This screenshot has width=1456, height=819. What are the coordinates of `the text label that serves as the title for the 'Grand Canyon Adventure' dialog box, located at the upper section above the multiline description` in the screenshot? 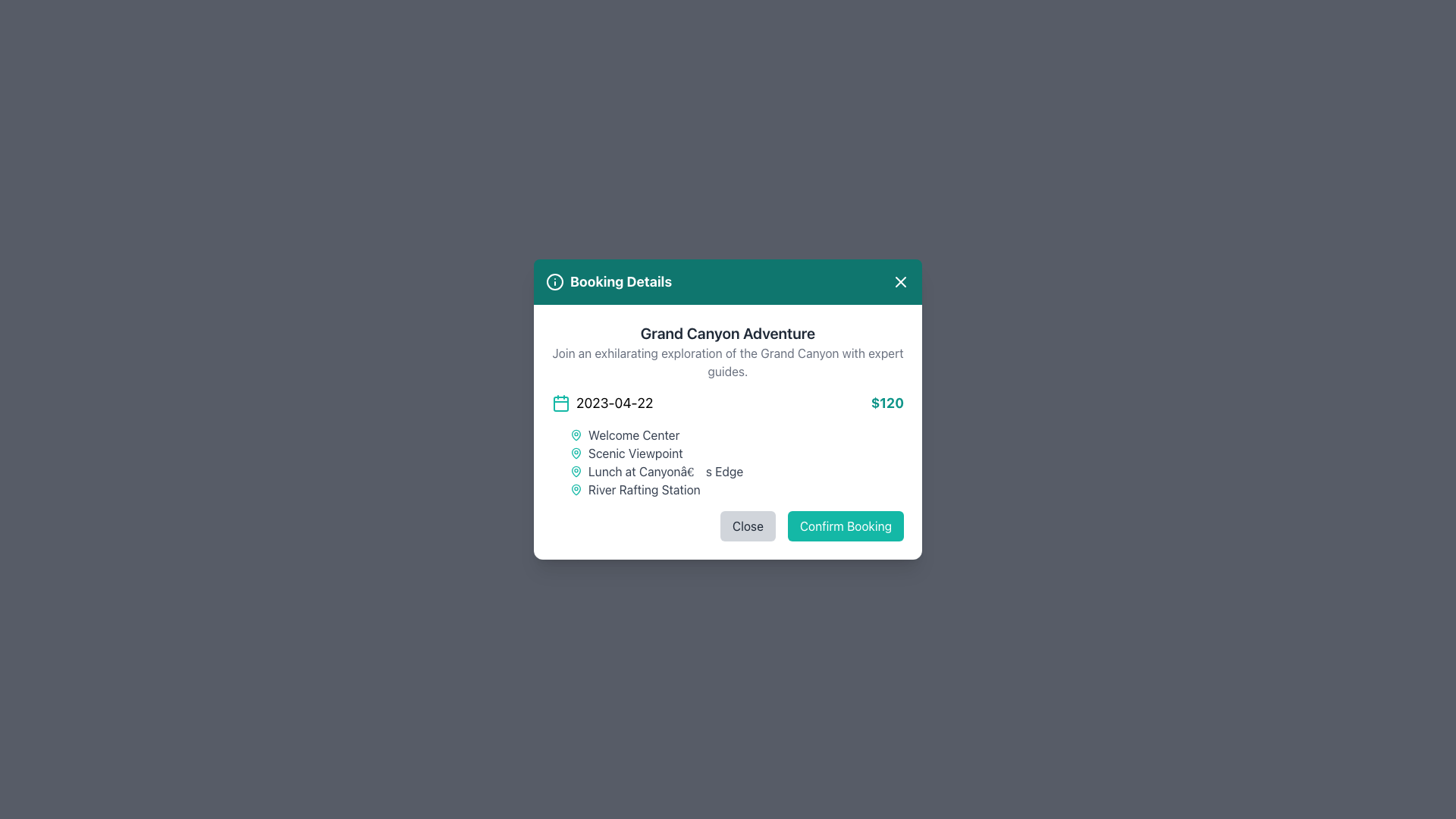 It's located at (728, 332).